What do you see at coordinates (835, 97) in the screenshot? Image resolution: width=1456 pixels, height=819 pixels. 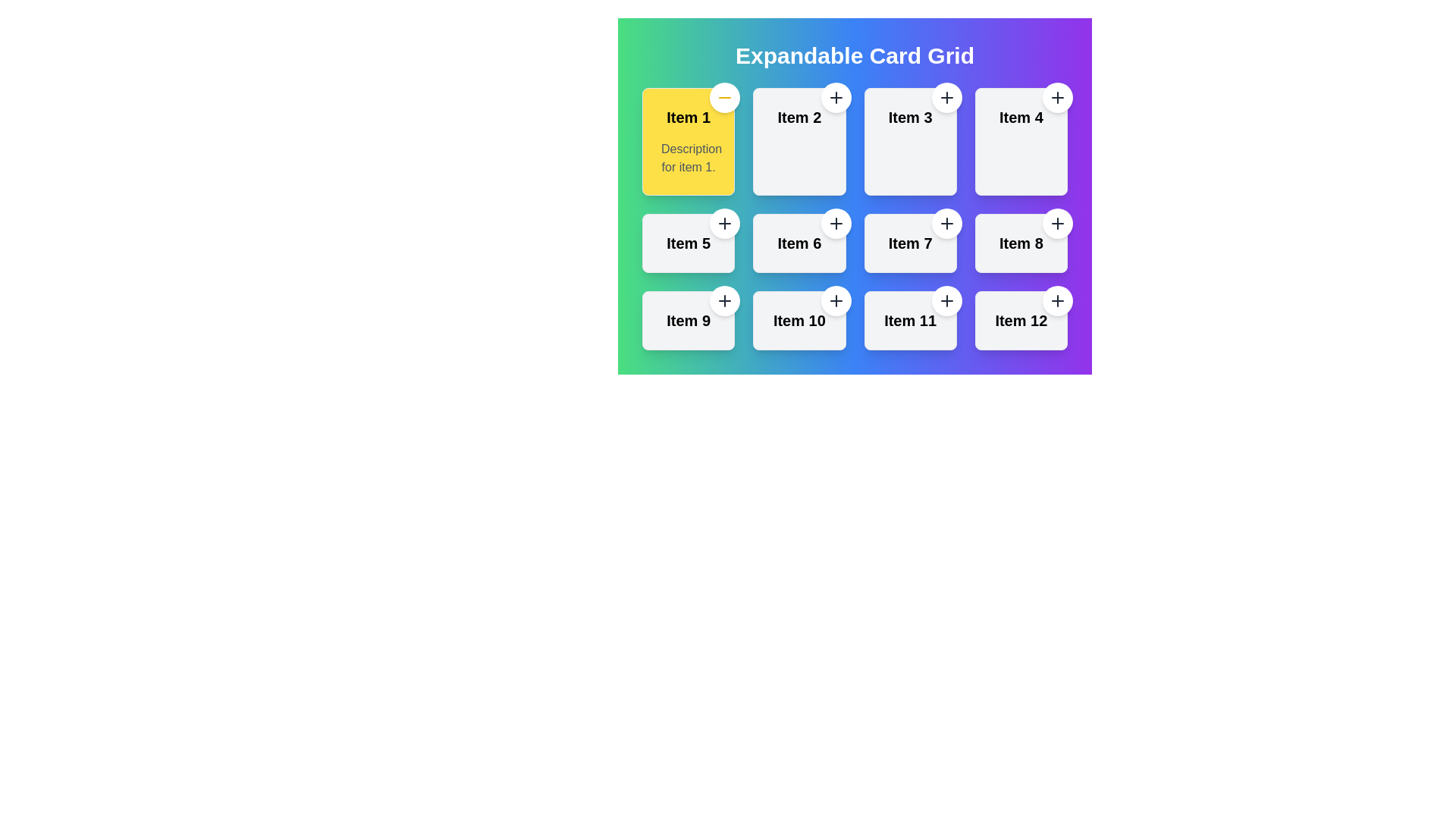 I see `the button located at the top-right corner of the 'Item 2' card` at bounding box center [835, 97].